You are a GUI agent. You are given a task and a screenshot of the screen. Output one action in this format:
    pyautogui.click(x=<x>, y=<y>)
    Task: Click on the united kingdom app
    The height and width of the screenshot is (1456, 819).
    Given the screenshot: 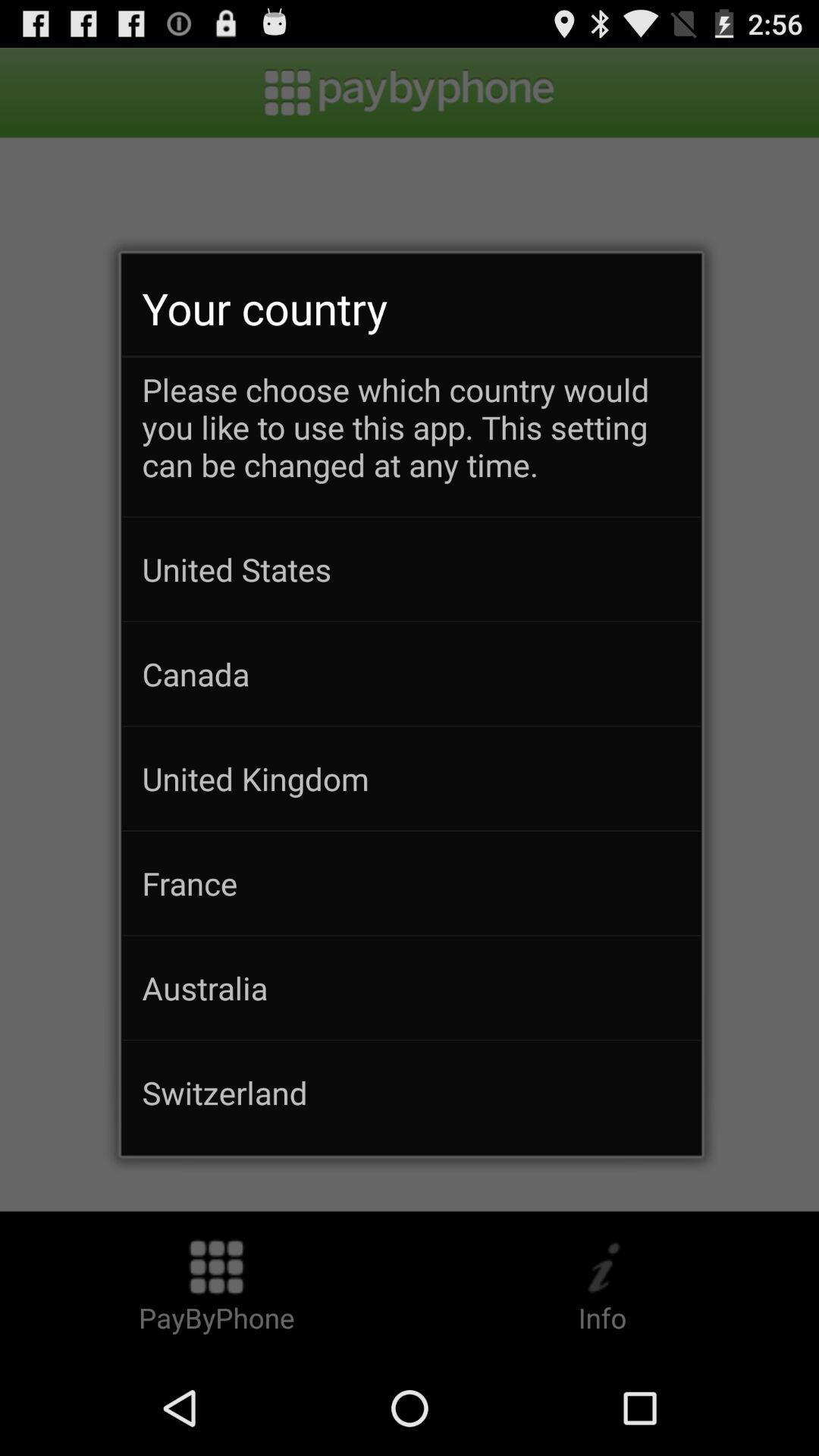 What is the action you would take?
    pyautogui.click(x=411, y=778)
    